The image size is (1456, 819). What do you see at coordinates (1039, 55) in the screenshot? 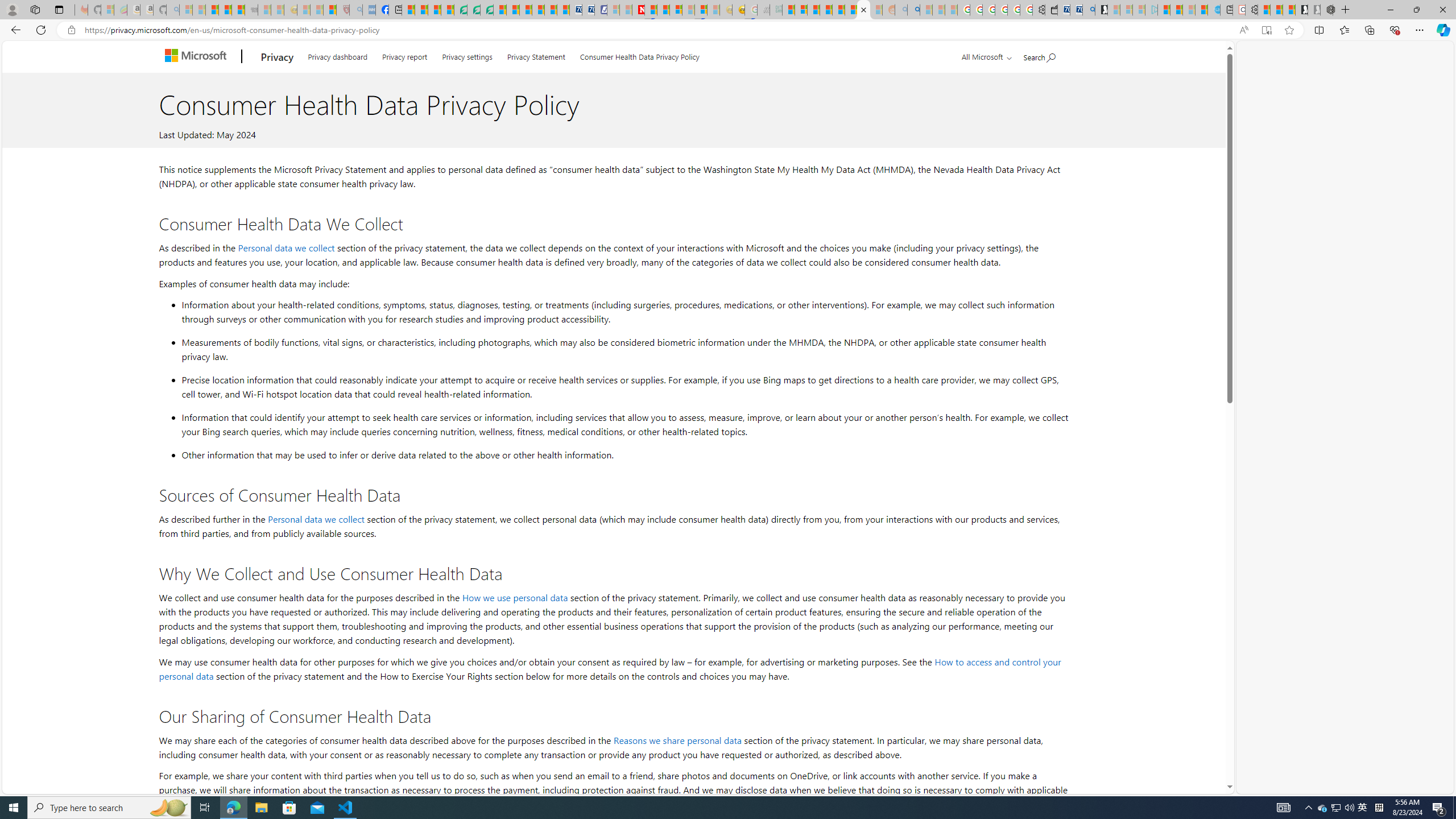
I see `'Search Microsoft.com'` at bounding box center [1039, 55].